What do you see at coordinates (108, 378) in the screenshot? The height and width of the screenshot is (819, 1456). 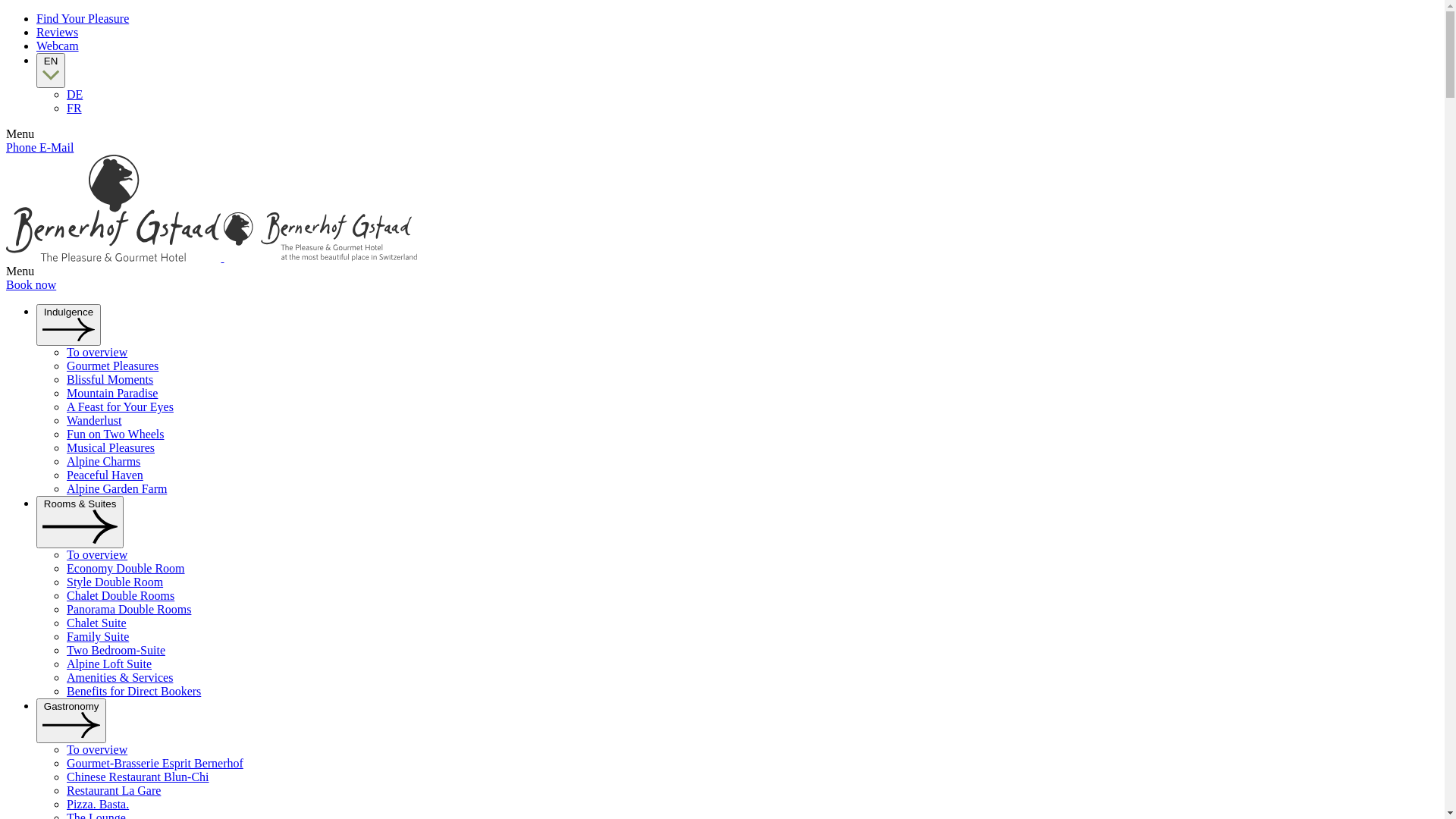 I see `'Blissful Moments'` at bounding box center [108, 378].